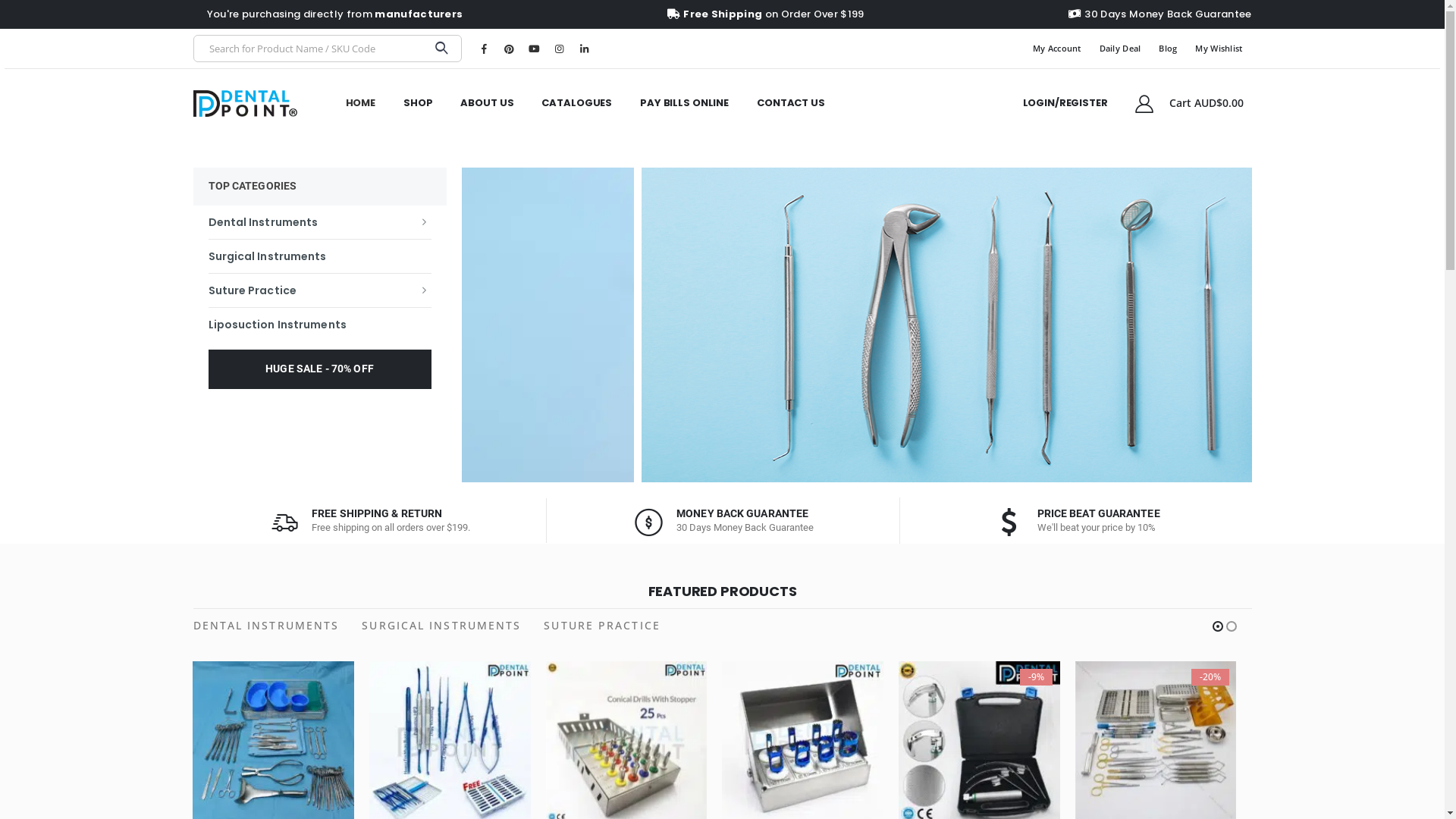 Image resolution: width=1456 pixels, height=819 pixels. What do you see at coordinates (582, 48) in the screenshot?
I see `'LinkedIn'` at bounding box center [582, 48].